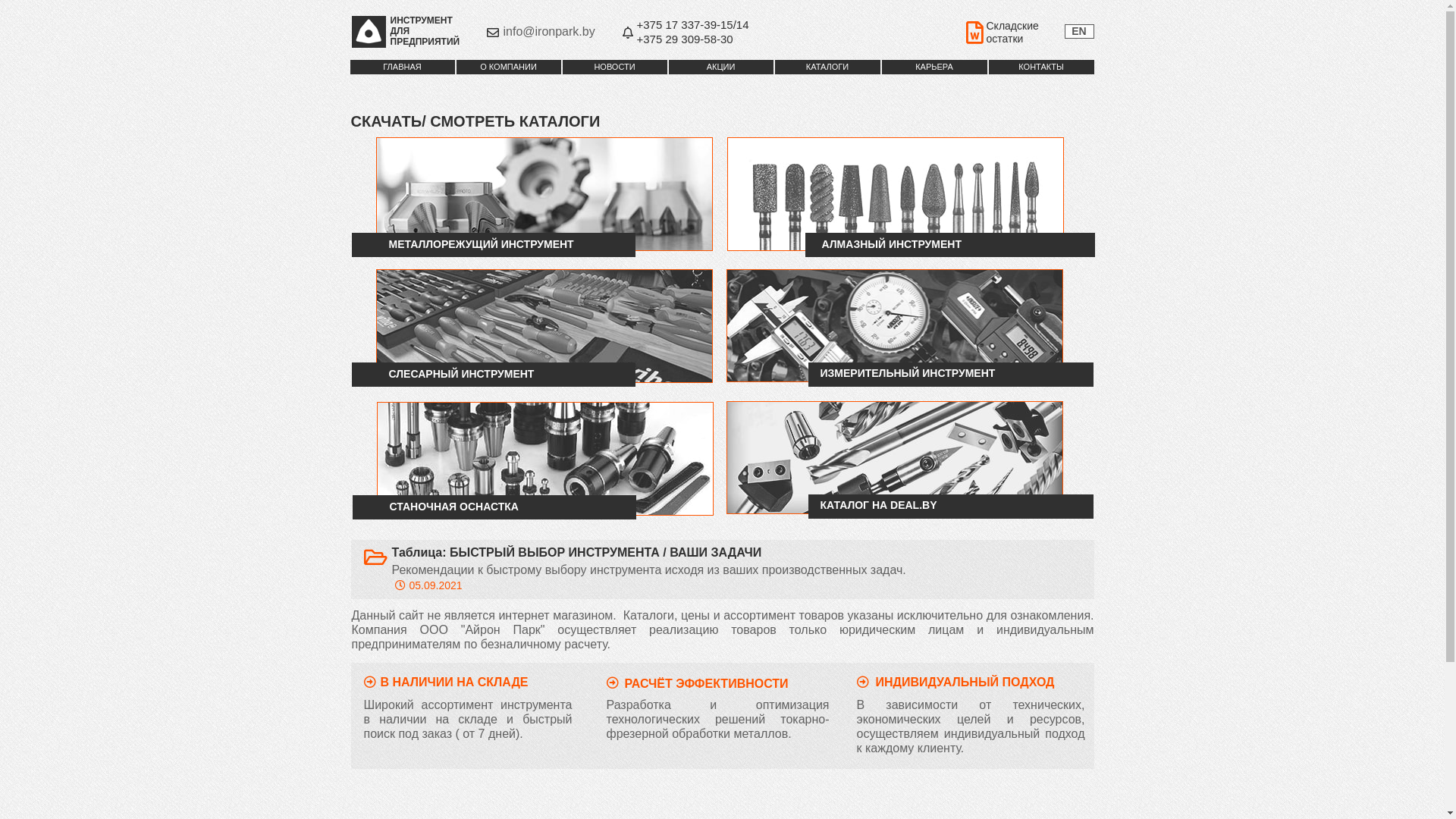  What do you see at coordinates (368, 31) in the screenshot?
I see `'Iron Park_Logo_insert'` at bounding box center [368, 31].